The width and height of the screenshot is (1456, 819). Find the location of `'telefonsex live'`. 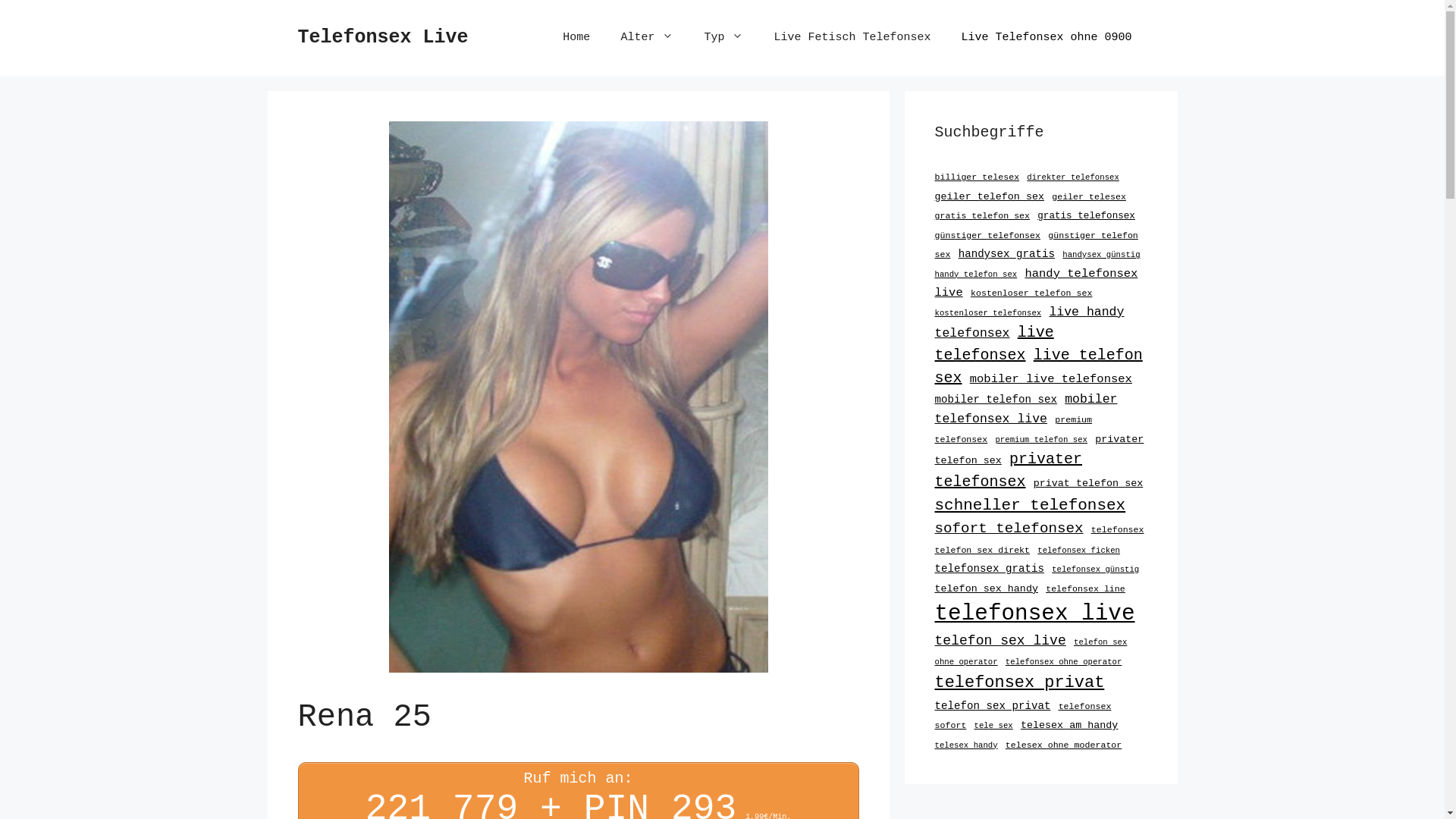

'telefonsex live' is located at coordinates (1033, 613).